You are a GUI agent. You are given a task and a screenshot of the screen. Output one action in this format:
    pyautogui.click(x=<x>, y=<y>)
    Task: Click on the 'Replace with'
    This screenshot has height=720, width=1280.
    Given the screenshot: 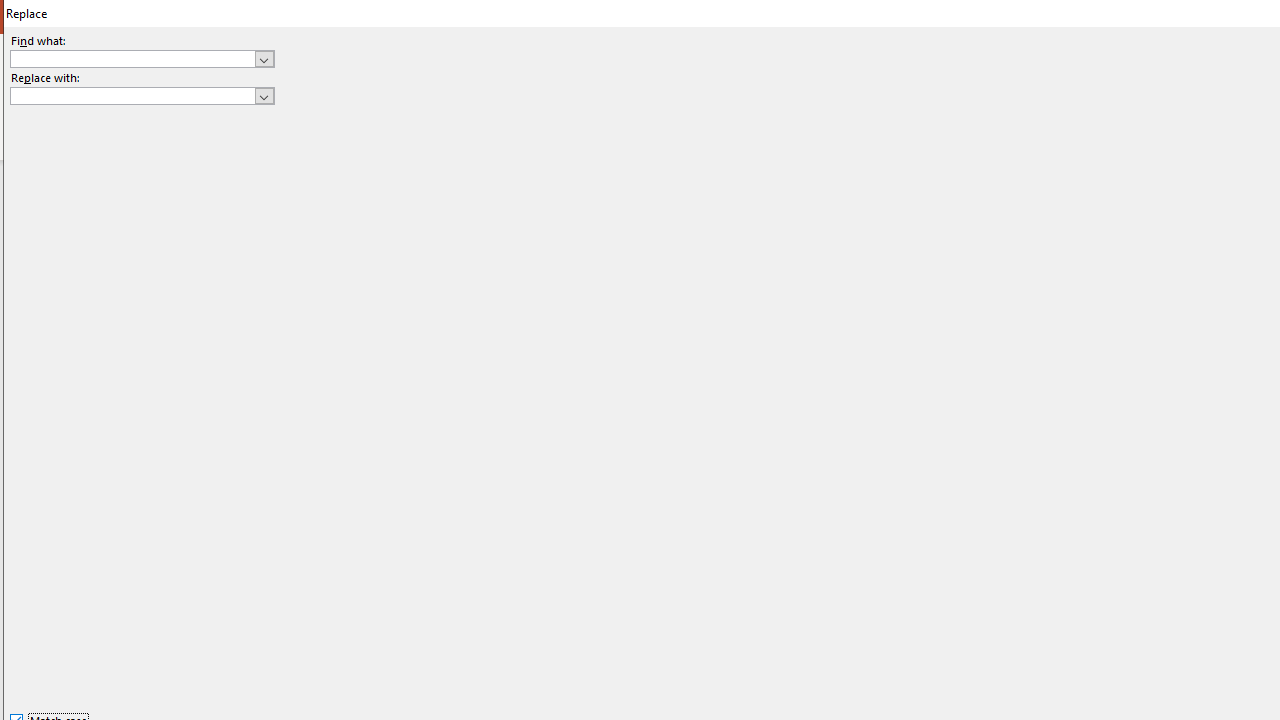 What is the action you would take?
    pyautogui.click(x=132, y=95)
    